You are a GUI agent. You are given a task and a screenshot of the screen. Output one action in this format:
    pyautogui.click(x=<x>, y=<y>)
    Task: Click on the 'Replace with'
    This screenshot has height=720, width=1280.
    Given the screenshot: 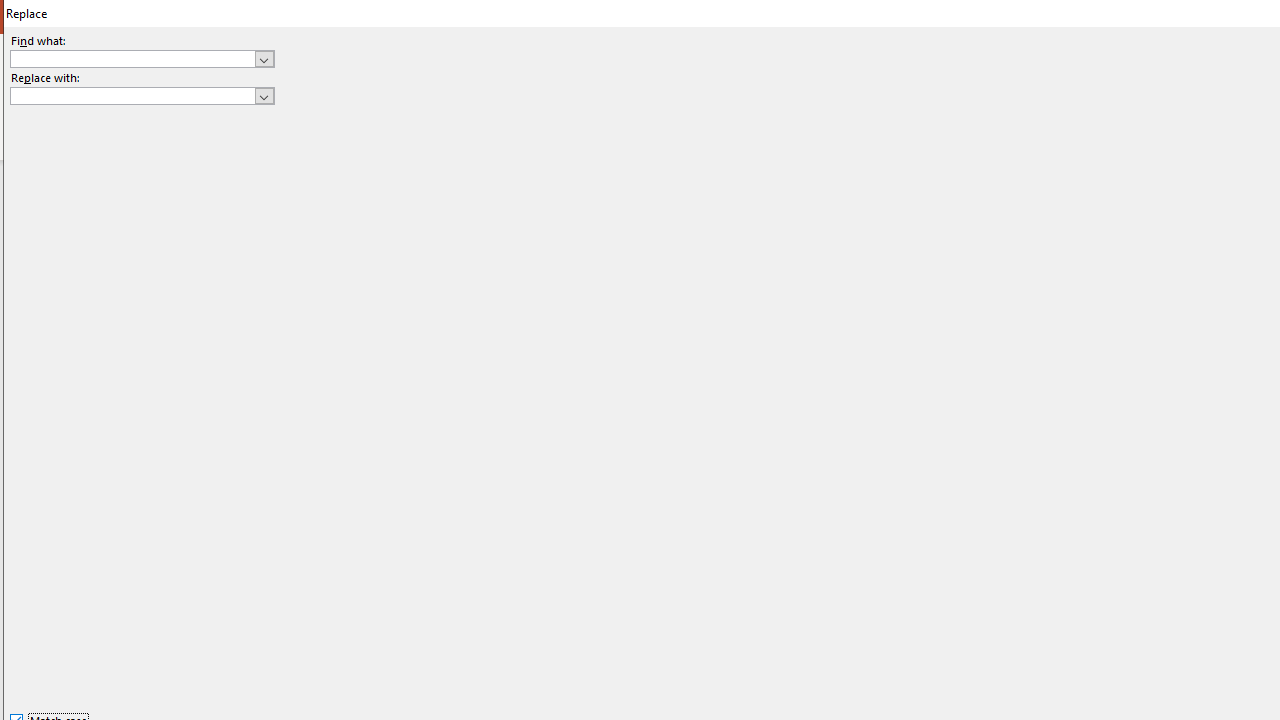 What is the action you would take?
    pyautogui.click(x=132, y=95)
    